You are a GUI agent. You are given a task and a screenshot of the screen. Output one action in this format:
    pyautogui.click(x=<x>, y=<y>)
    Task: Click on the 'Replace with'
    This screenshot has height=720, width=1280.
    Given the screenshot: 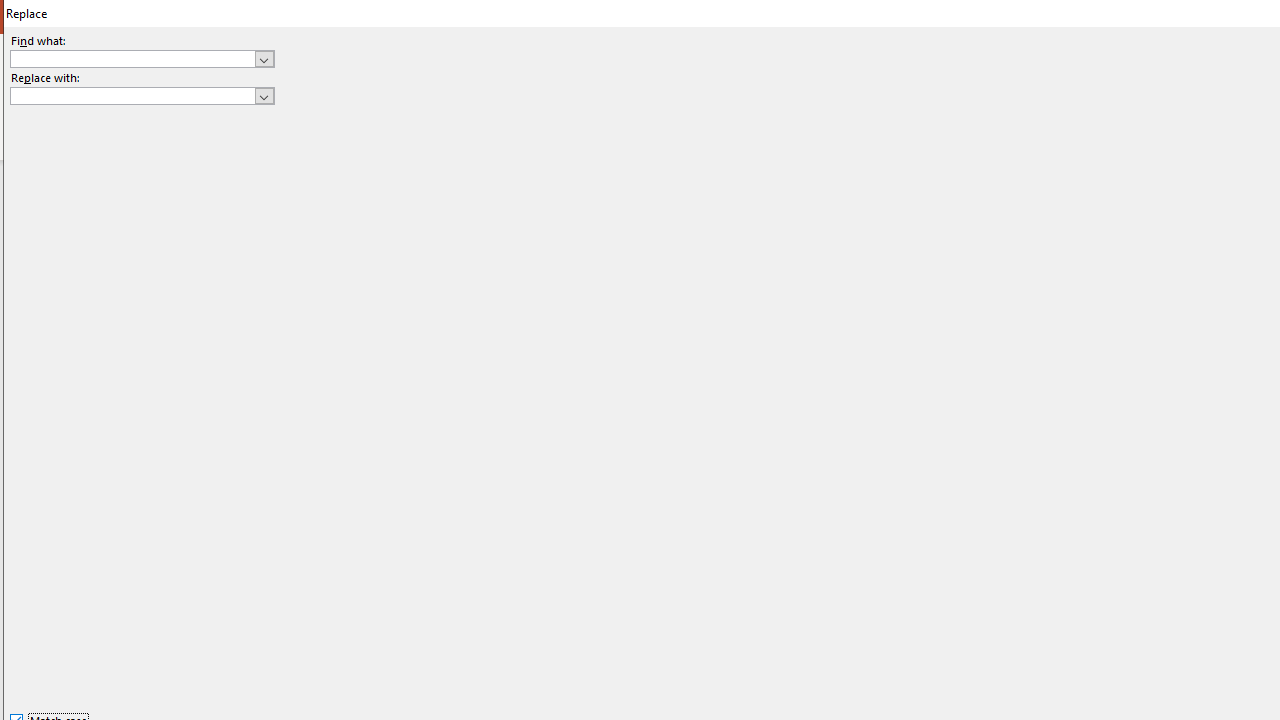 What is the action you would take?
    pyautogui.click(x=132, y=95)
    